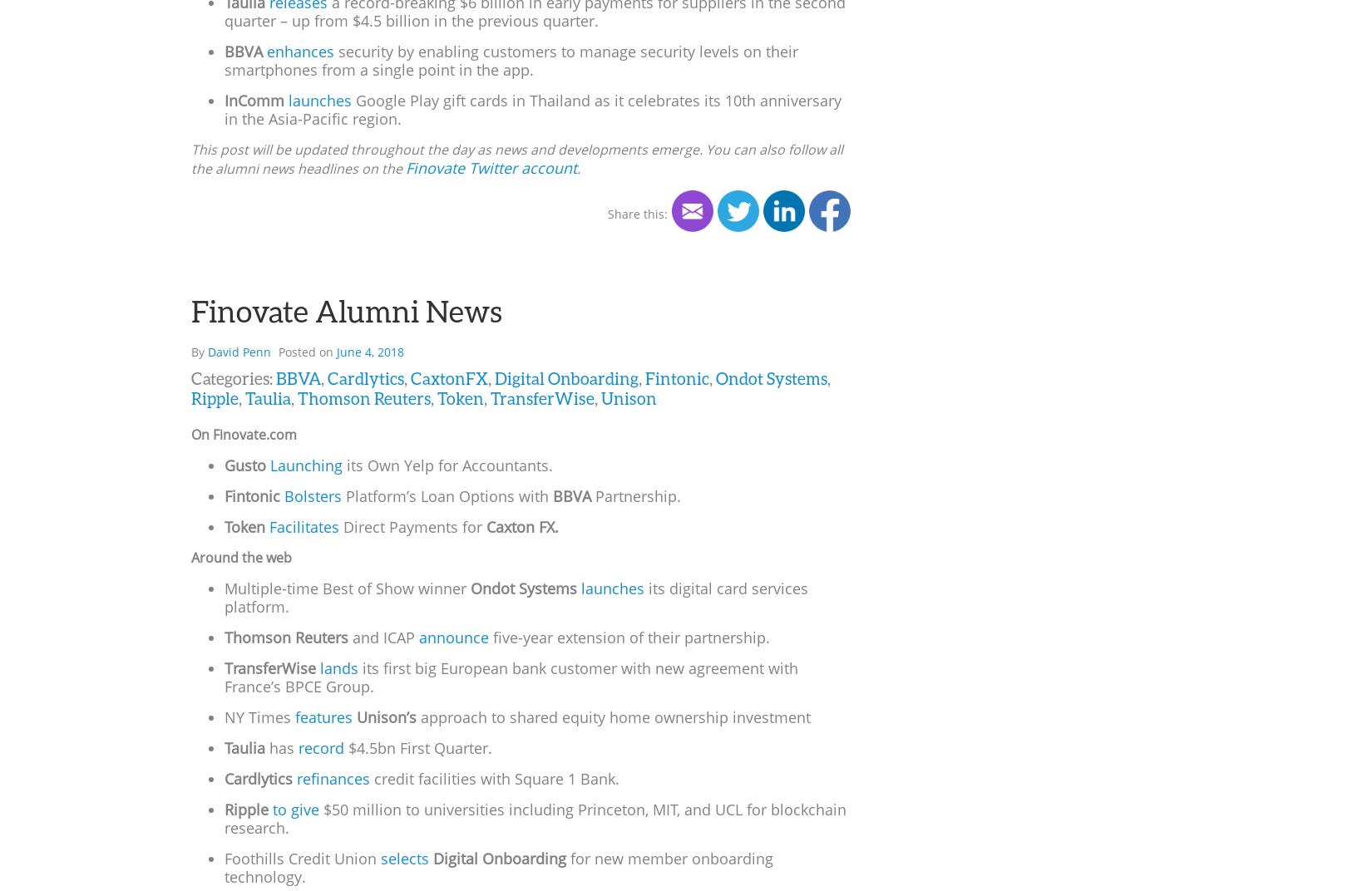 Image resolution: width=1372 pixels, height=891 pixels. What do you see at coordinates (577, 166) in the screenshot?
I see `'.'` at bounding box center [577, 166].